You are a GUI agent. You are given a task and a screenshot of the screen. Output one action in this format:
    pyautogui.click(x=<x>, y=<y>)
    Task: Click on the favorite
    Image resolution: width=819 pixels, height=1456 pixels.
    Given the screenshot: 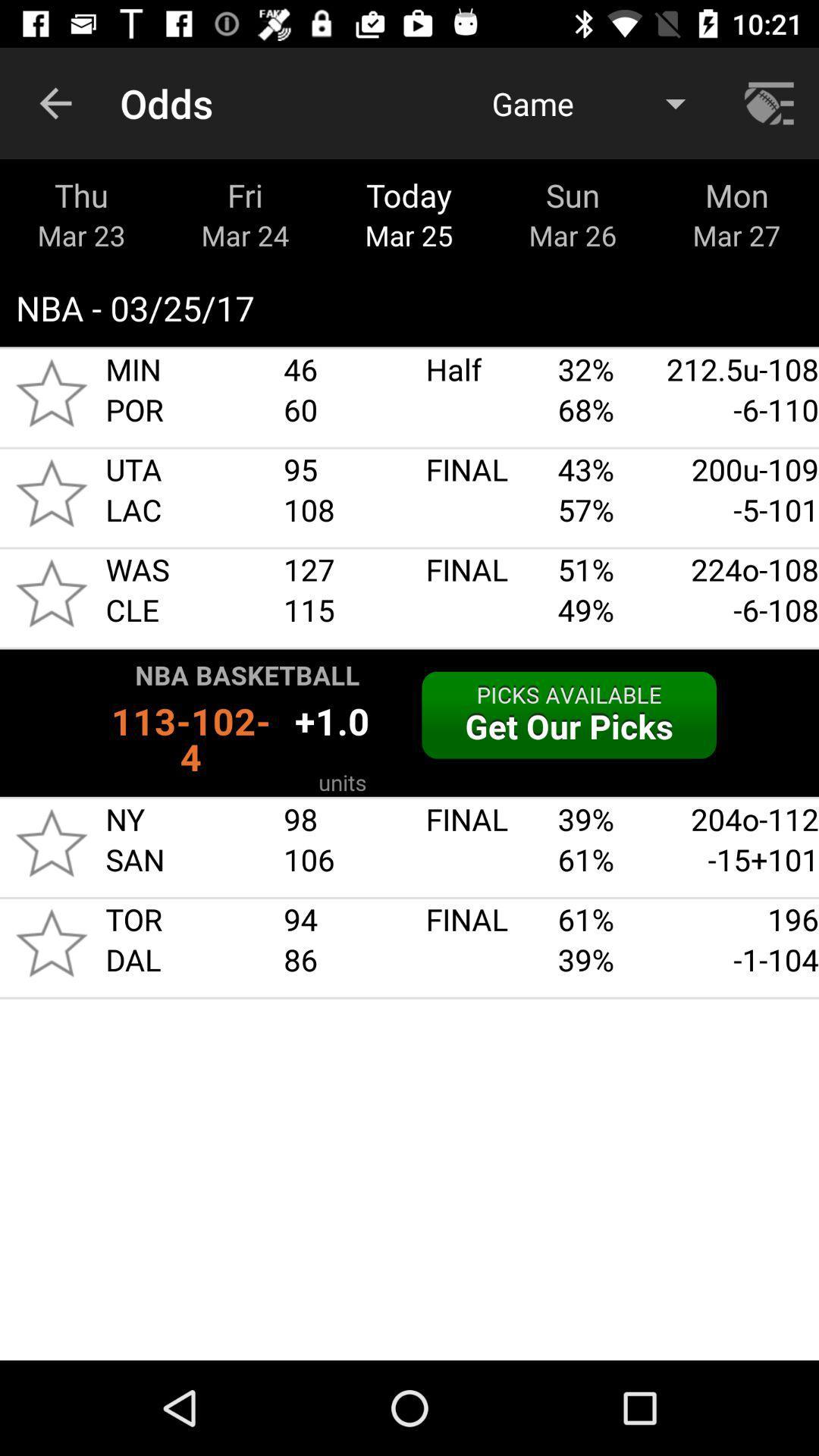 What is the action you would take?
    pyautogui.click(x=51, y=842)
    